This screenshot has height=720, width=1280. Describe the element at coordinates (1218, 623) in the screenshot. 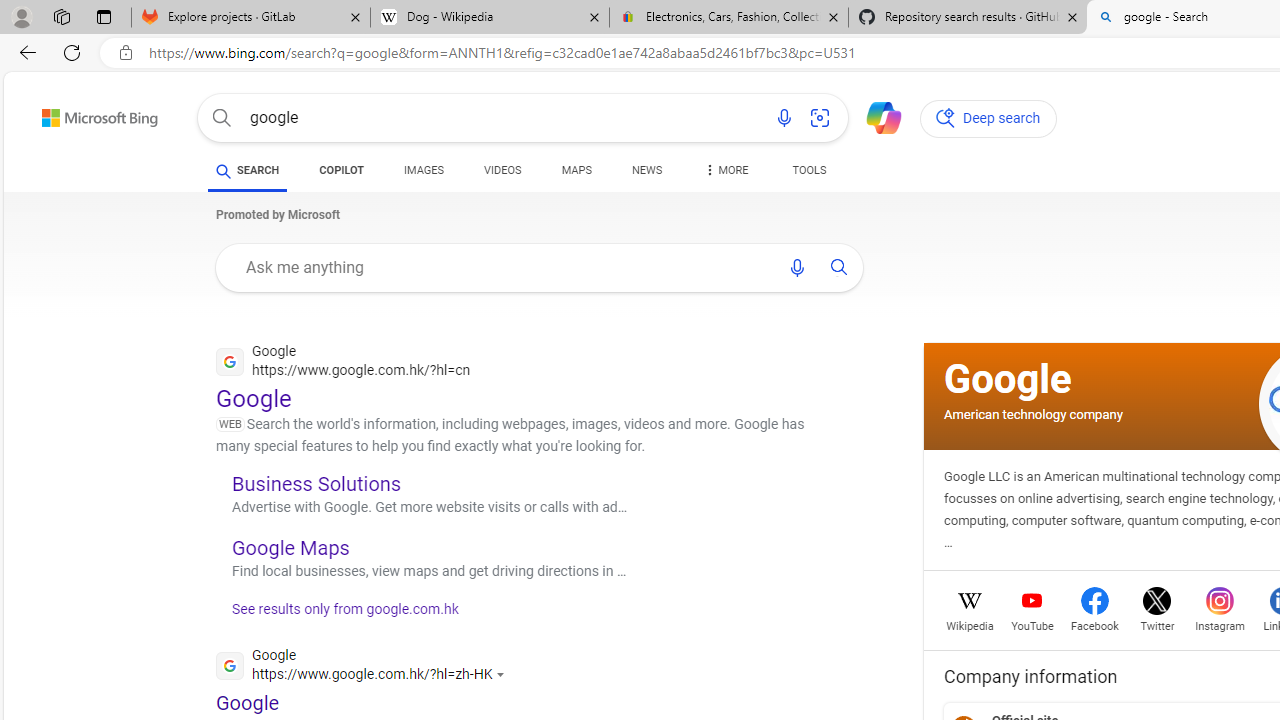

I see `'Instagram'` at that location.